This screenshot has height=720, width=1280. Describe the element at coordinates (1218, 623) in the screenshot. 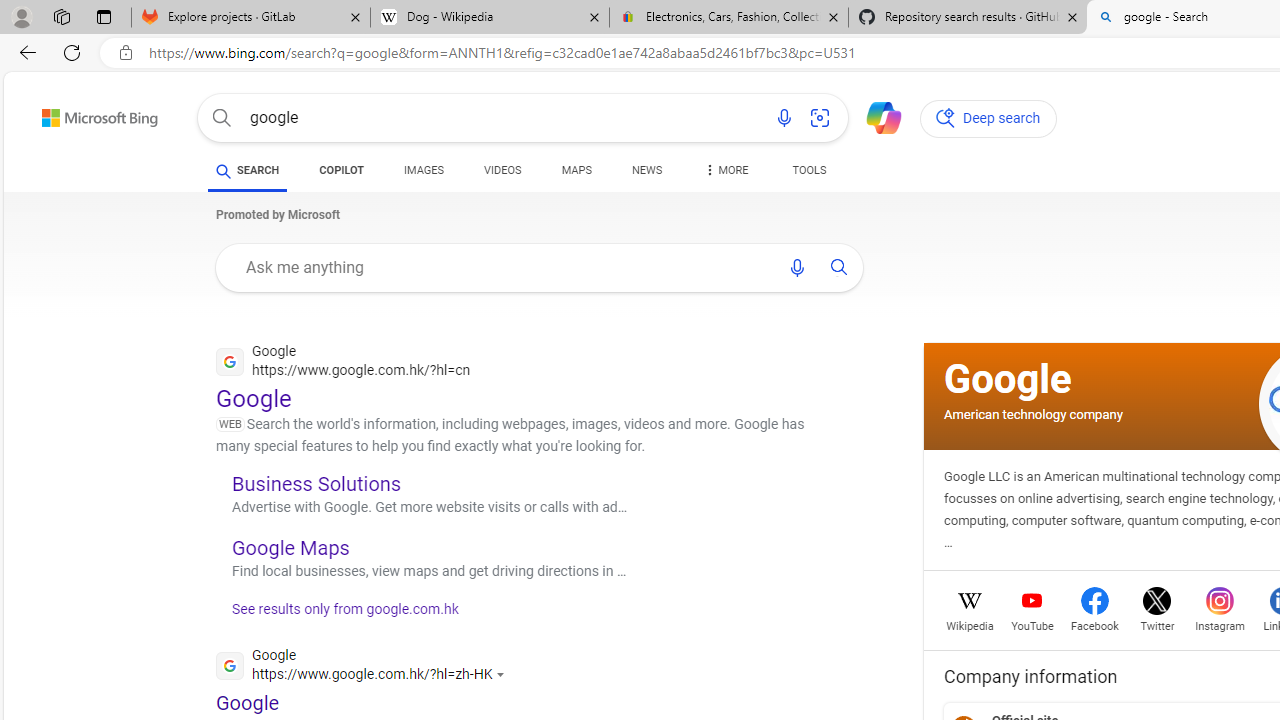

I see `'Instagram'` at that location.